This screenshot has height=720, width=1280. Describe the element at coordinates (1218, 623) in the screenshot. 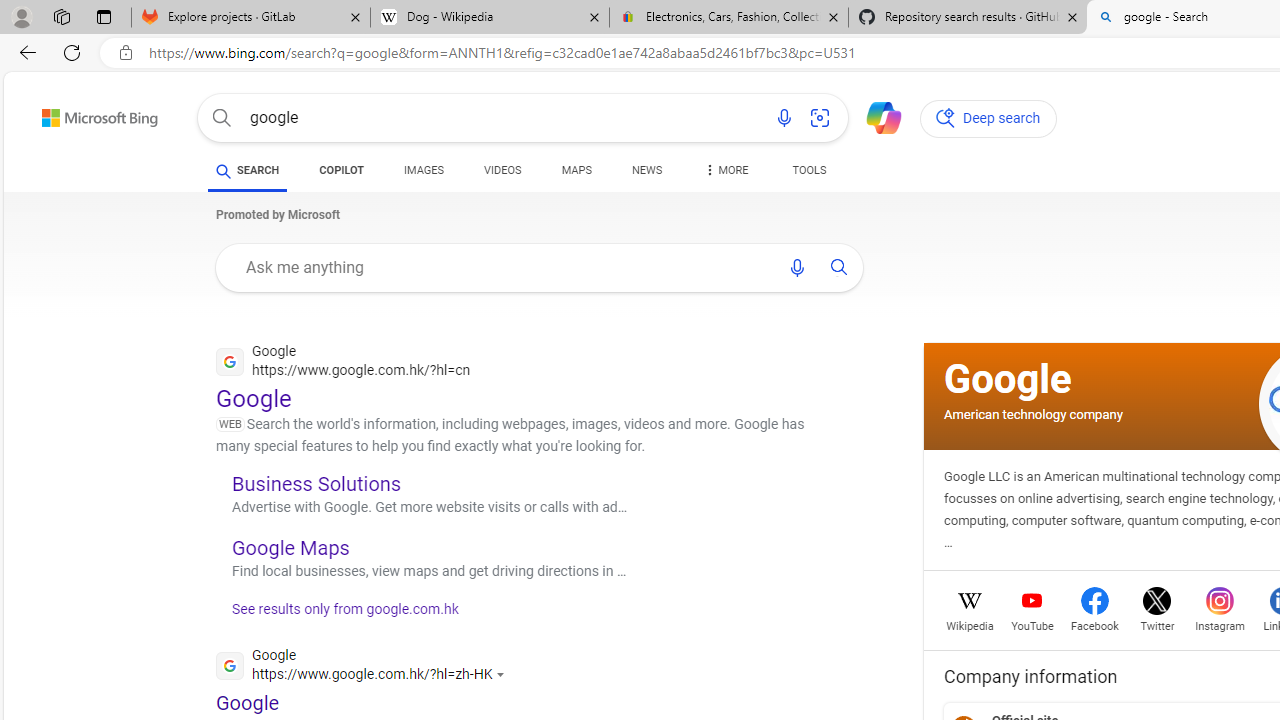

I see `'Instagram'` at that location.